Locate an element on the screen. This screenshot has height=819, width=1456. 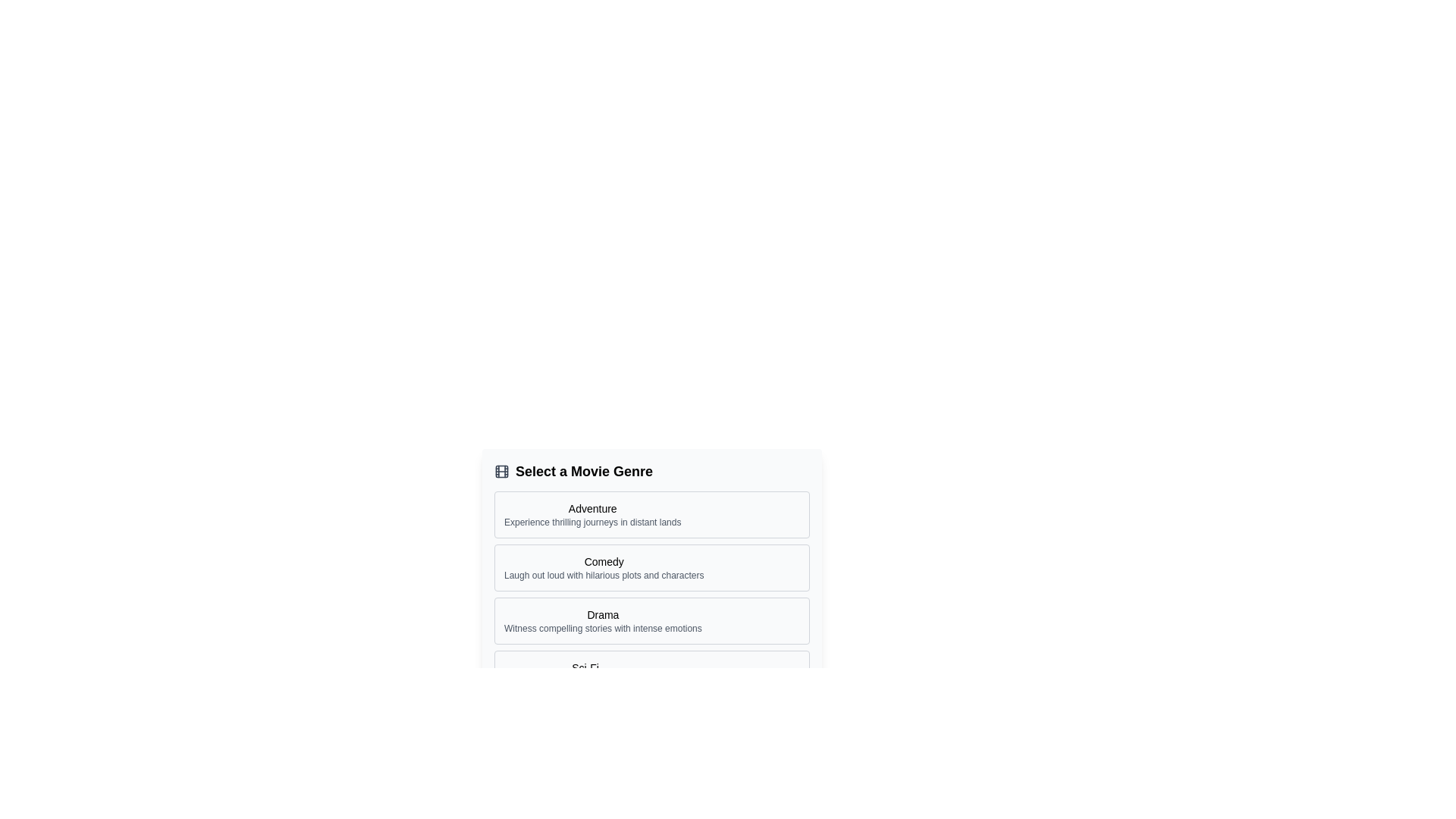
the static text element displaying 'Laugh out loud with hilarious plots and characters' located beneath the 'Comedy' header is located at coordinates (603, 576).